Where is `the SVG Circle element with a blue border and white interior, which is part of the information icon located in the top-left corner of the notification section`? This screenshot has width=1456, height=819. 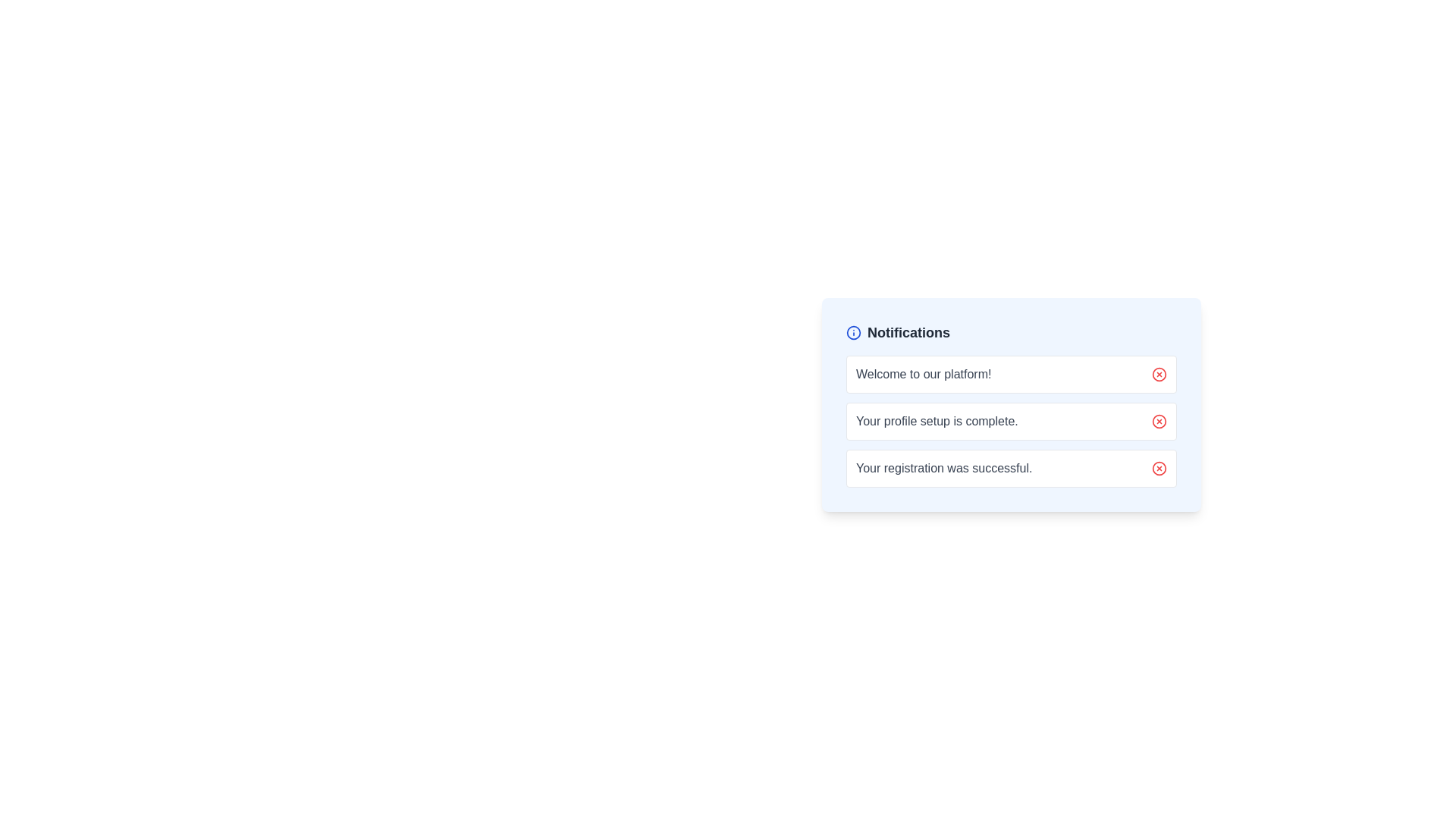 the SVG Circle element with a blue border and white interior, which is part of the information icon located in the top-left corner of the notification section is located at coordinates (854, 332).